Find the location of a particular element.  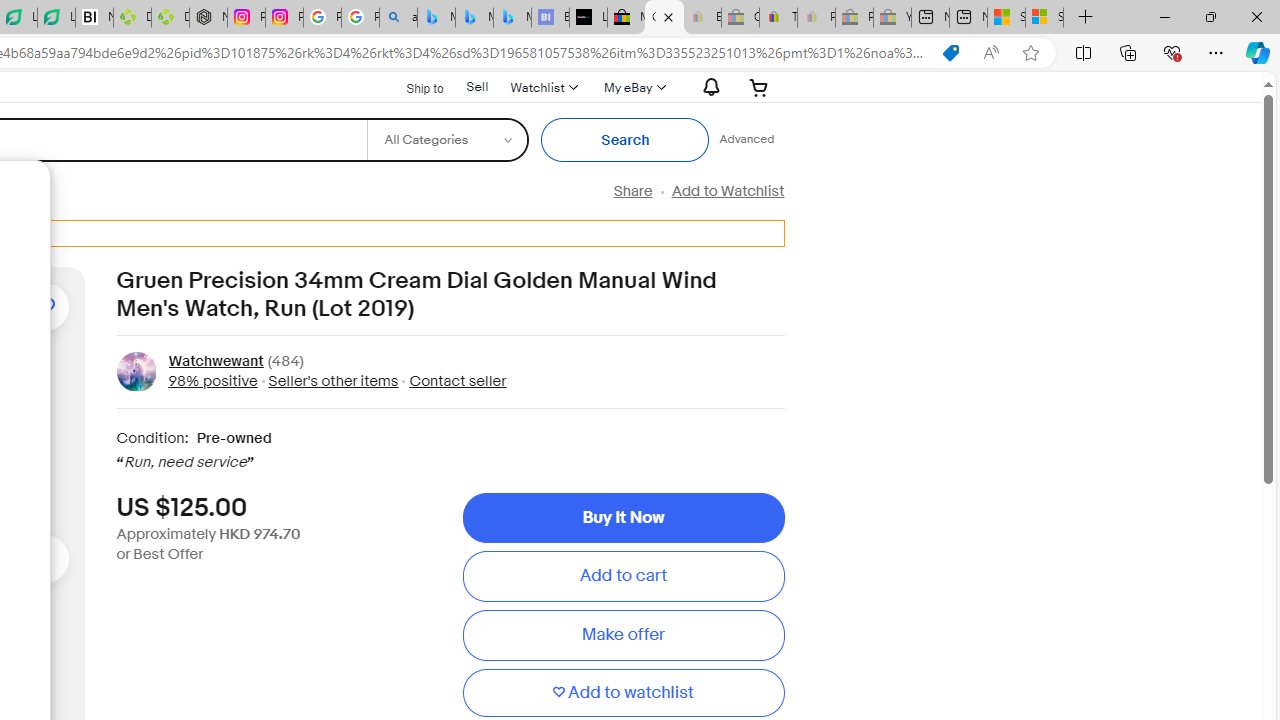

'Nordace - Nordace Edin Collection' is located at coordinates (208, 17).